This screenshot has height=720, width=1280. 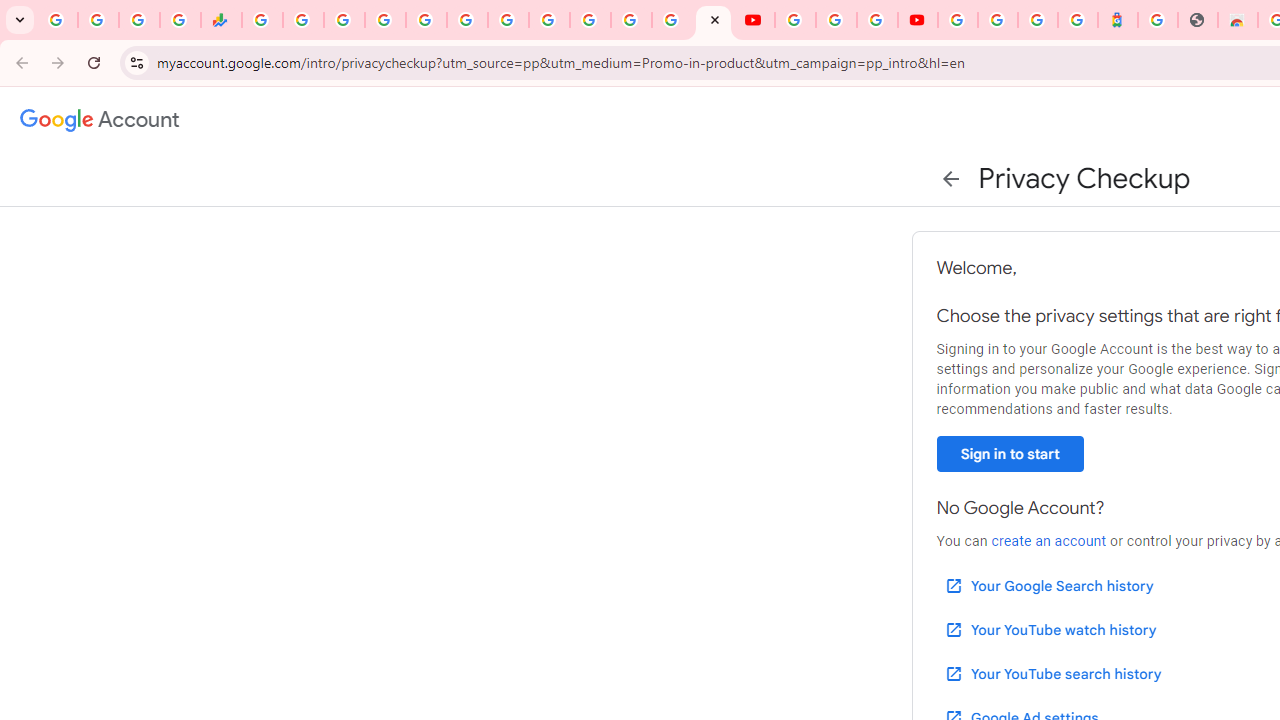 What do you see at coordinates (1237, 20) in the screenshot?
I see `'Chrome Web Store - Household'` at bounding box center [1237, 20].